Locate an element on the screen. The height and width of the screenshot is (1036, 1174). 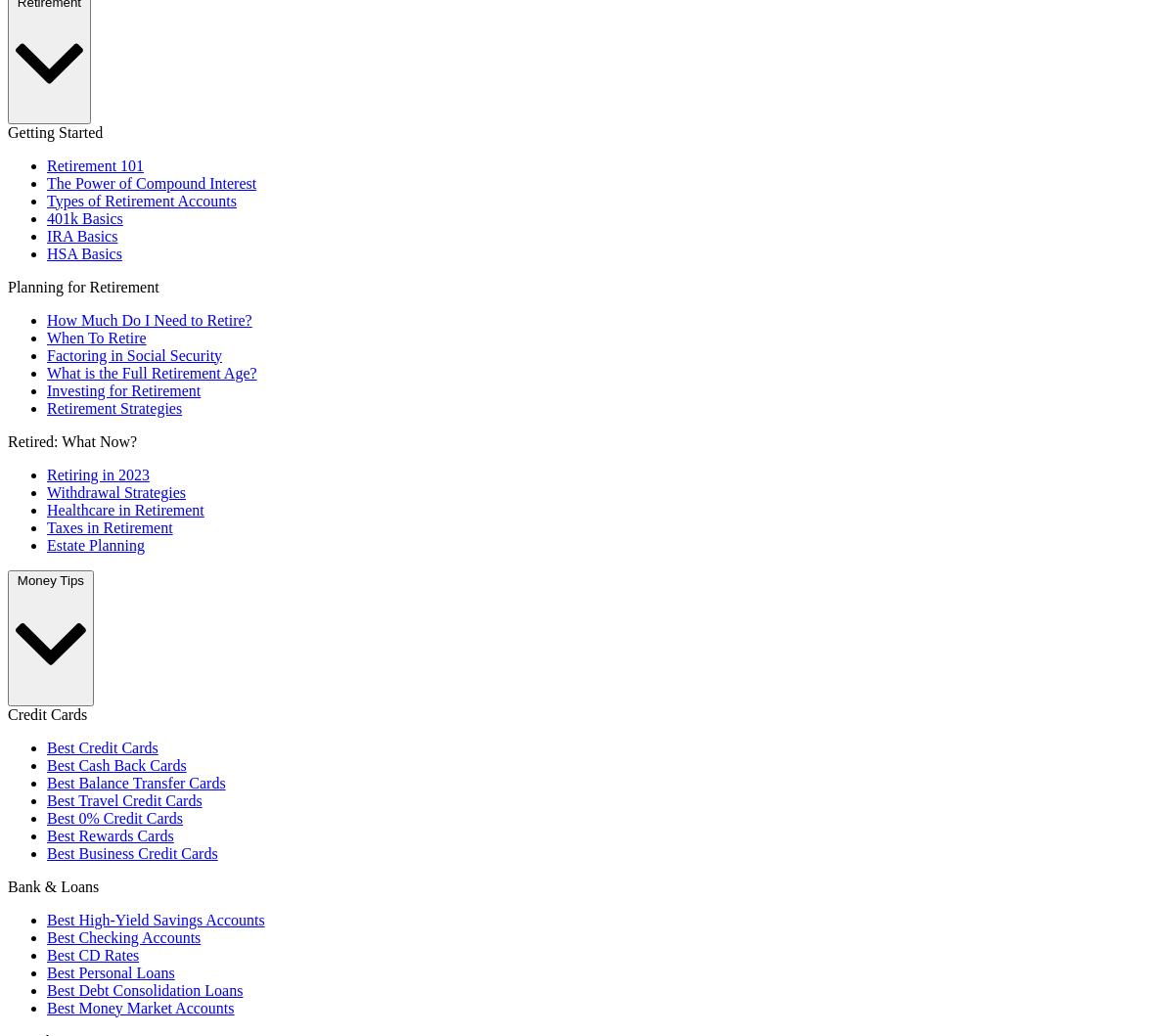
'Estate Planning' is located at coordinates (95, 543).